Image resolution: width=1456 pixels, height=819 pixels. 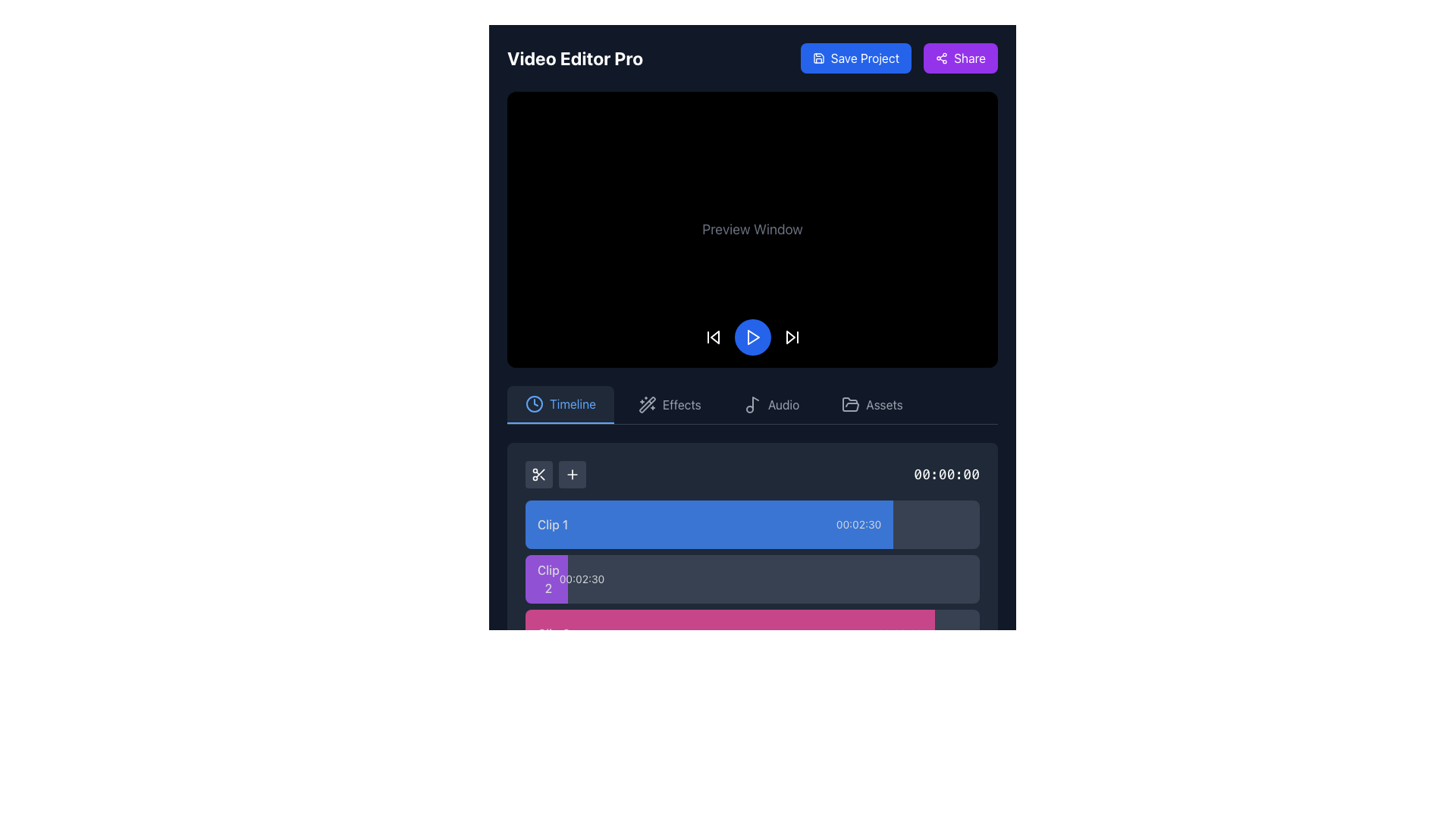 What do you see at coordinates (771, 403) in the screenshot?
I see `the 'Audio' button in the horizontal navigation bar to observe its hover effects` at bounding box center [771, 403].